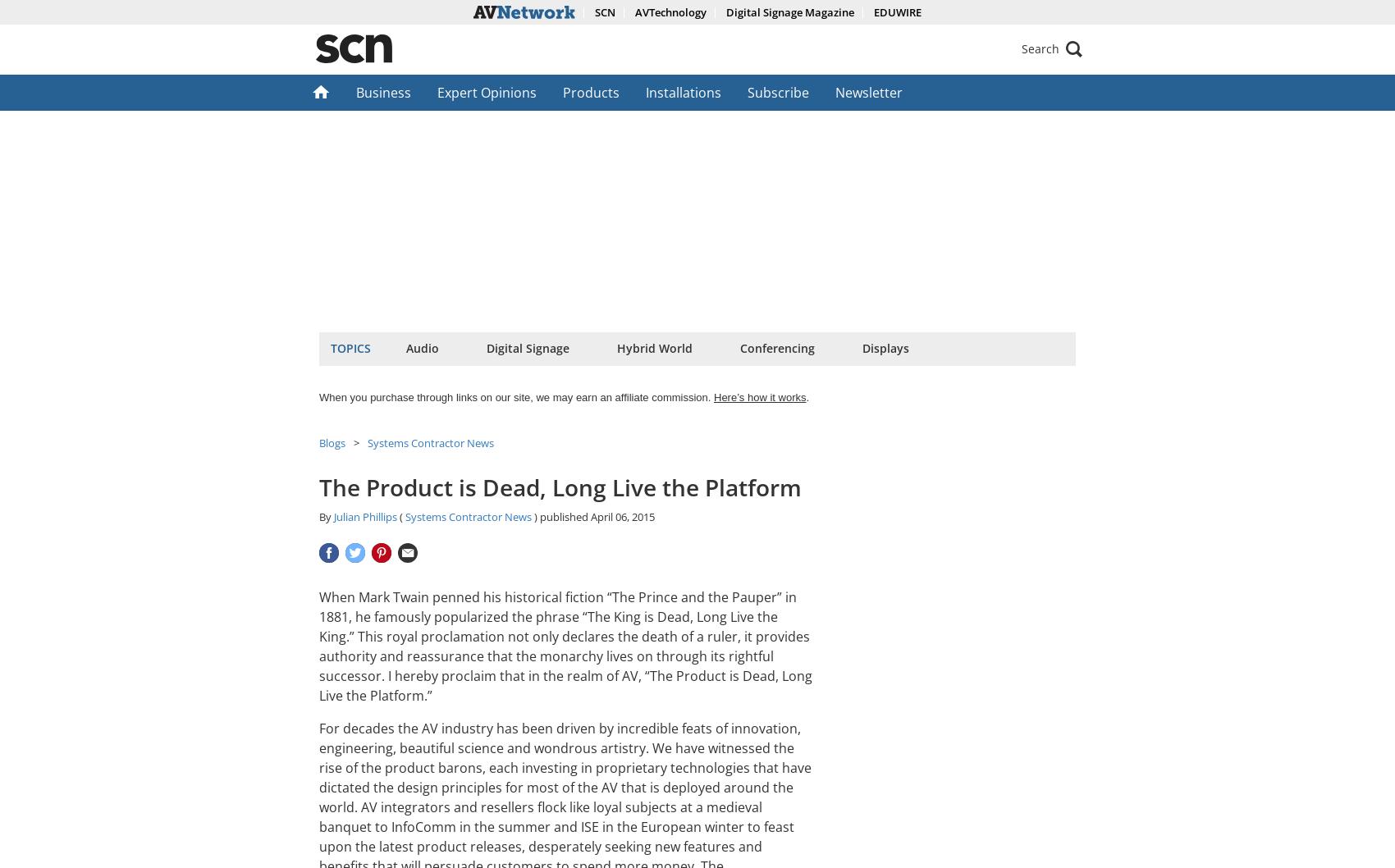 The width and height of the screenshot is (1395, 868). I want to click on 'Topics', so click(350, 348).